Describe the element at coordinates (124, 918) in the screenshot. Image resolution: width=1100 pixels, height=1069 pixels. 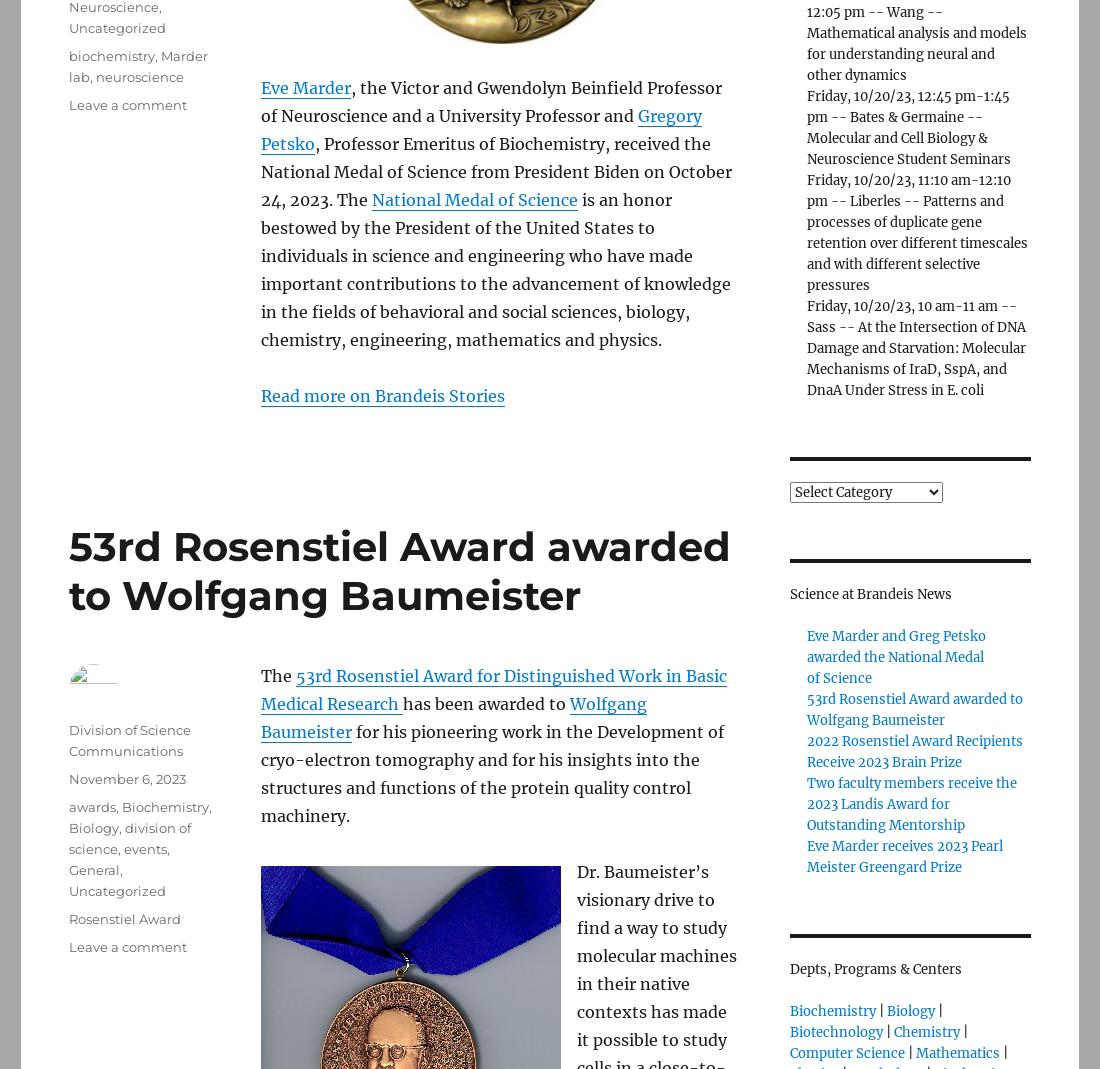
I see `'Rosenstiel Award'` at that location.